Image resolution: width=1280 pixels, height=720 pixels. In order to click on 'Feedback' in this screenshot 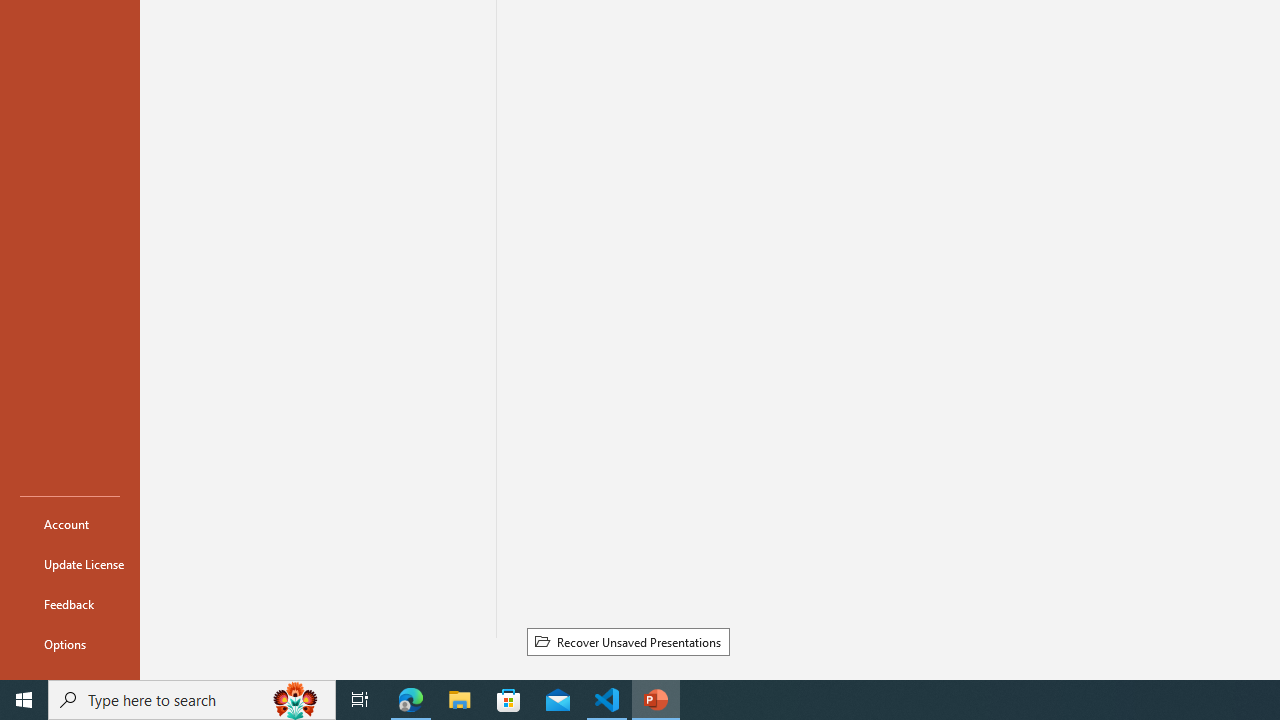, I will do `click(69, 603)`.